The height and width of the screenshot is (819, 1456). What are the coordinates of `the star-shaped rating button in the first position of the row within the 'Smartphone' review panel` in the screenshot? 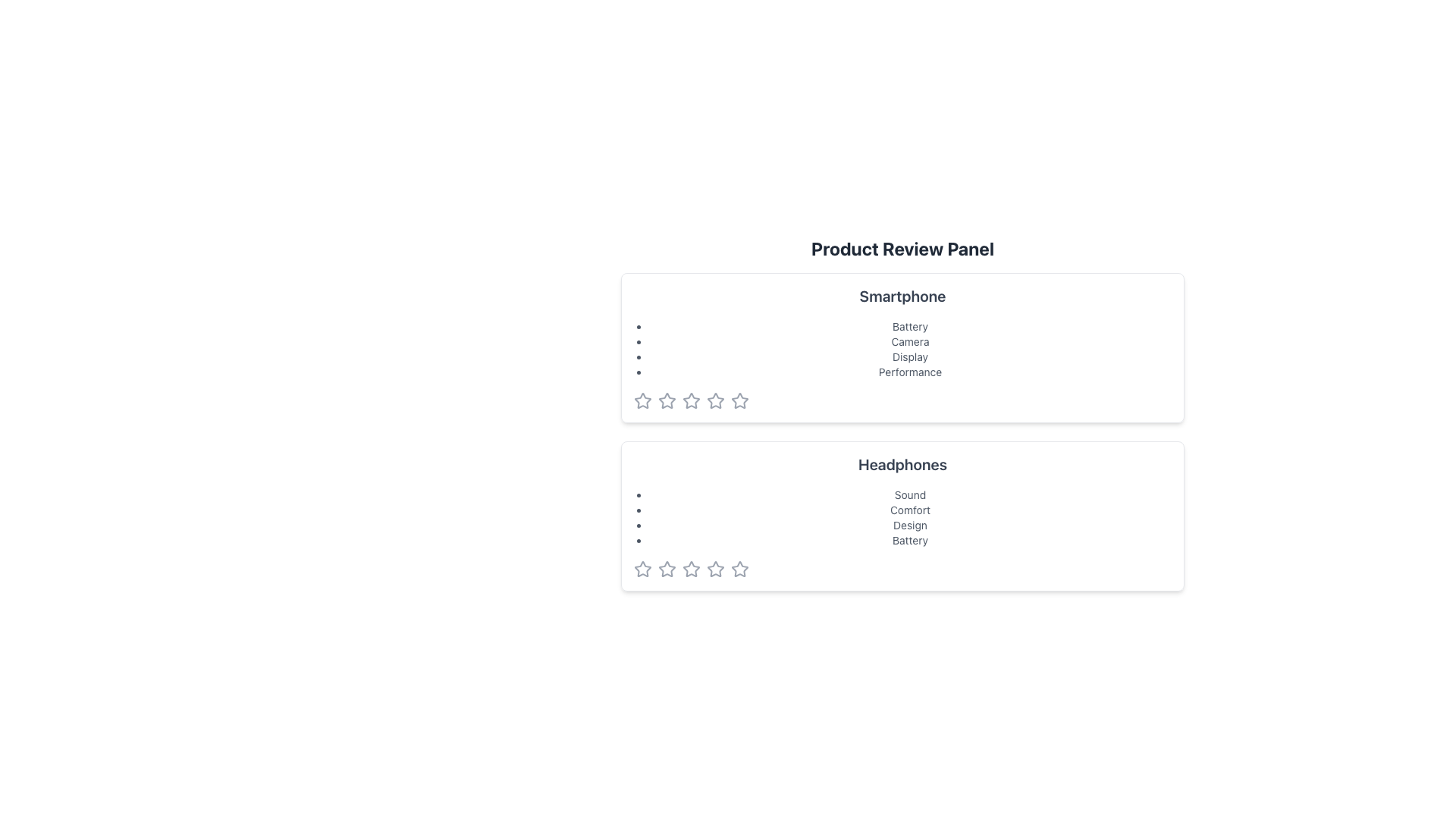 It's located at (667, 400).